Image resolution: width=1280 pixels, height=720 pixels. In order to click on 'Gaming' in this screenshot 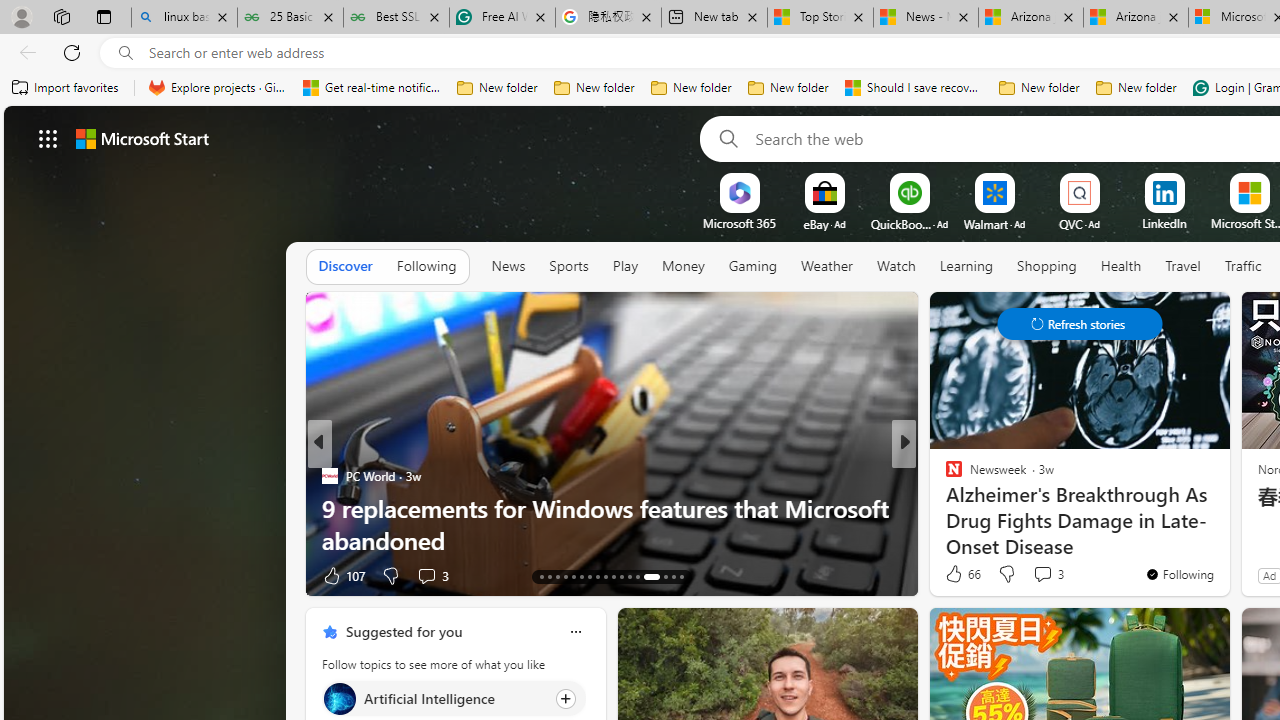, I will do `click(751, 266)`.